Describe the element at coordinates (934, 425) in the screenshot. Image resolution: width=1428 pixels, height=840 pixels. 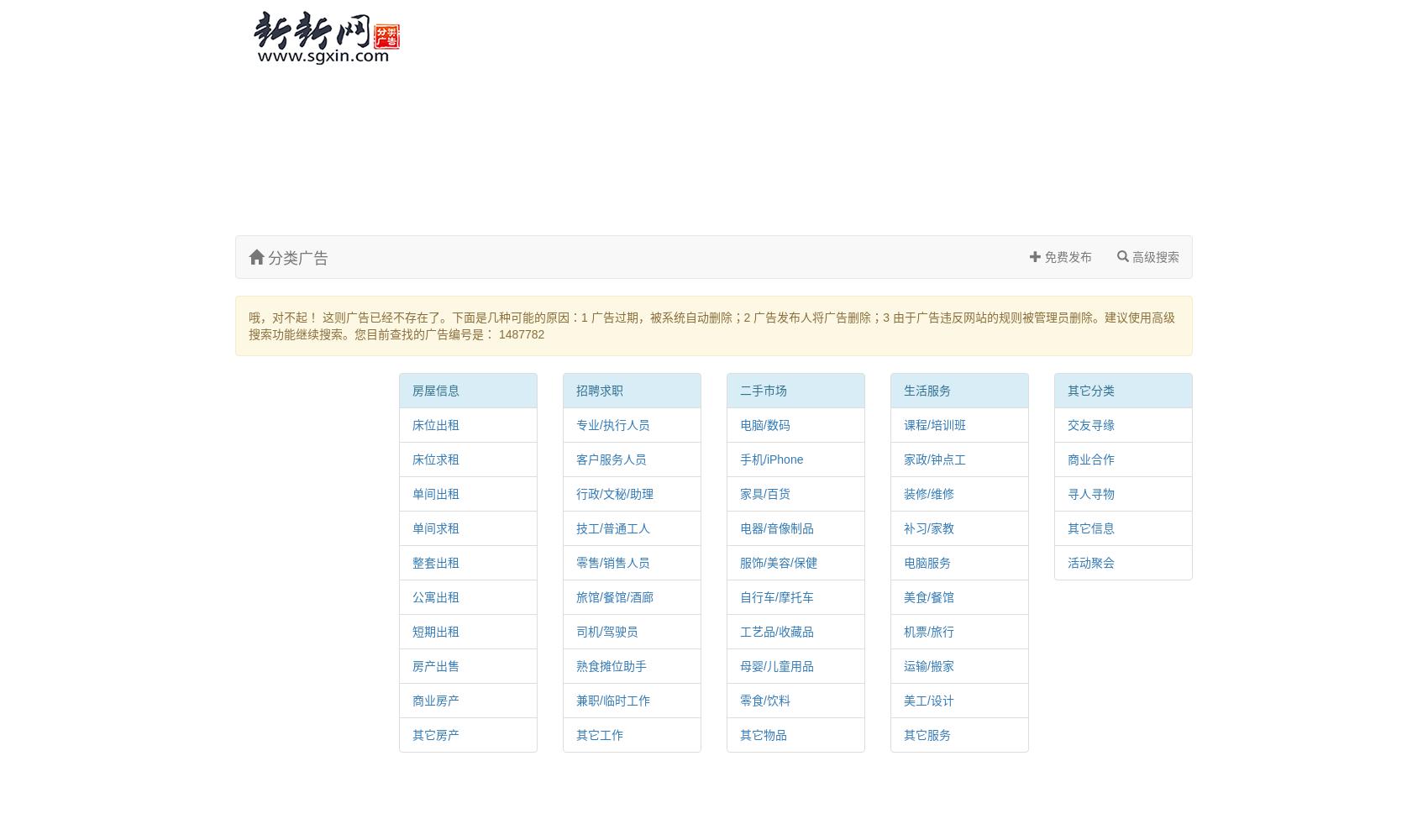
I see `'课程/培训班'` at that location.